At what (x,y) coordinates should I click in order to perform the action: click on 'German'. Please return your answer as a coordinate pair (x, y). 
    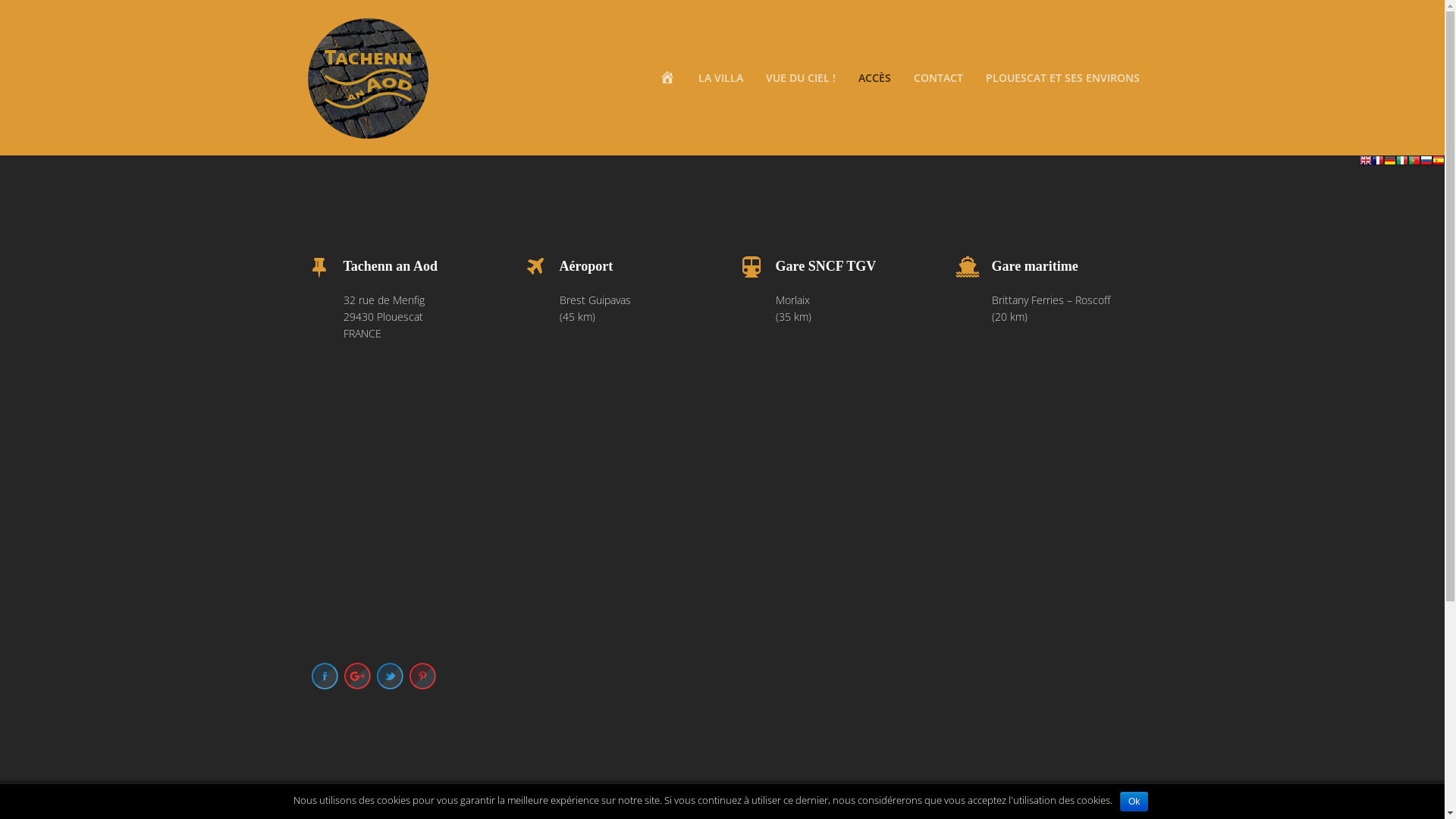
    Looking at the image, I should click on (1390, 164).